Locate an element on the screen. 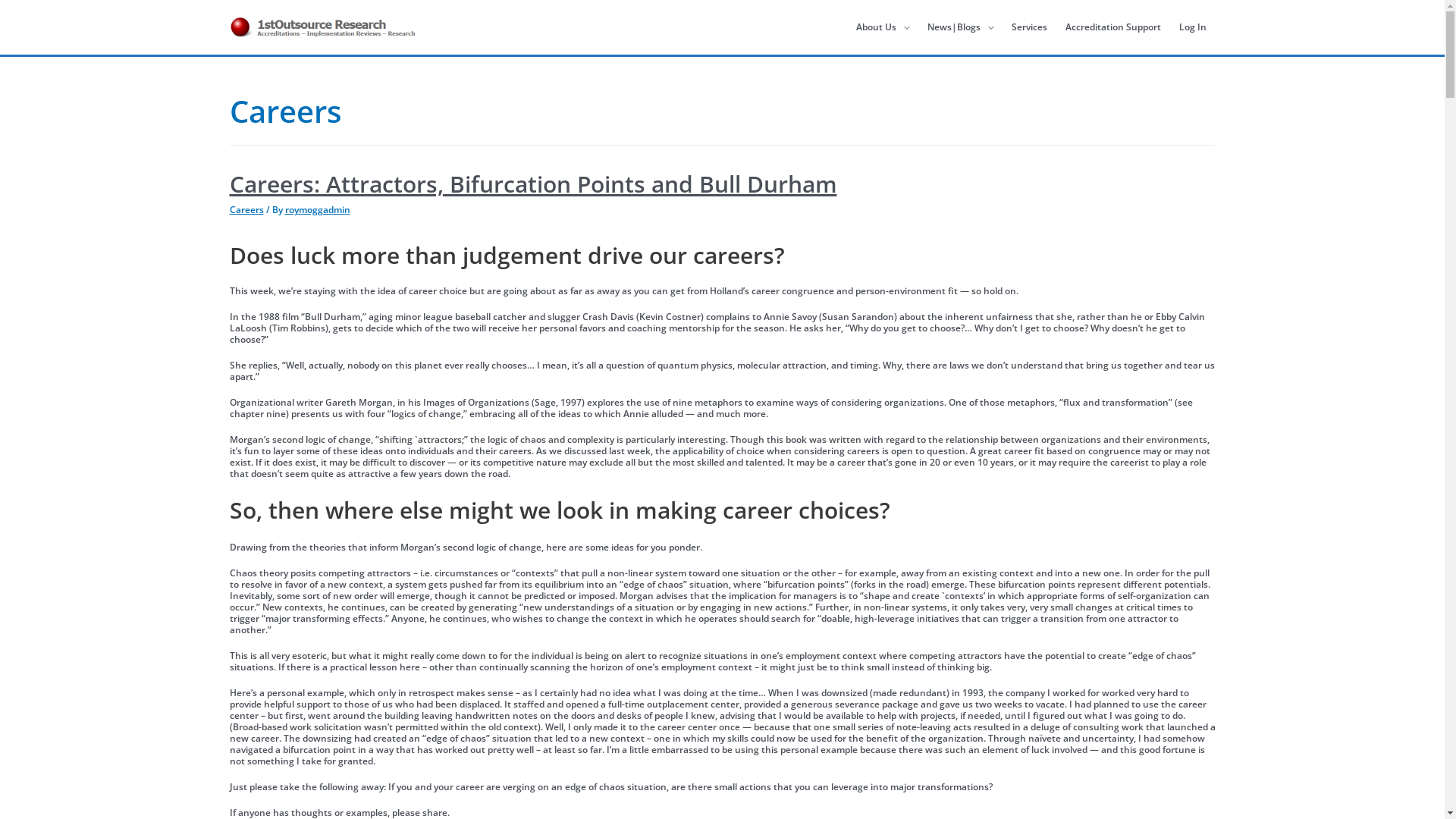 This screenshot has height=819, width=1456. 'Careers' is located at coordinates (228, 209).